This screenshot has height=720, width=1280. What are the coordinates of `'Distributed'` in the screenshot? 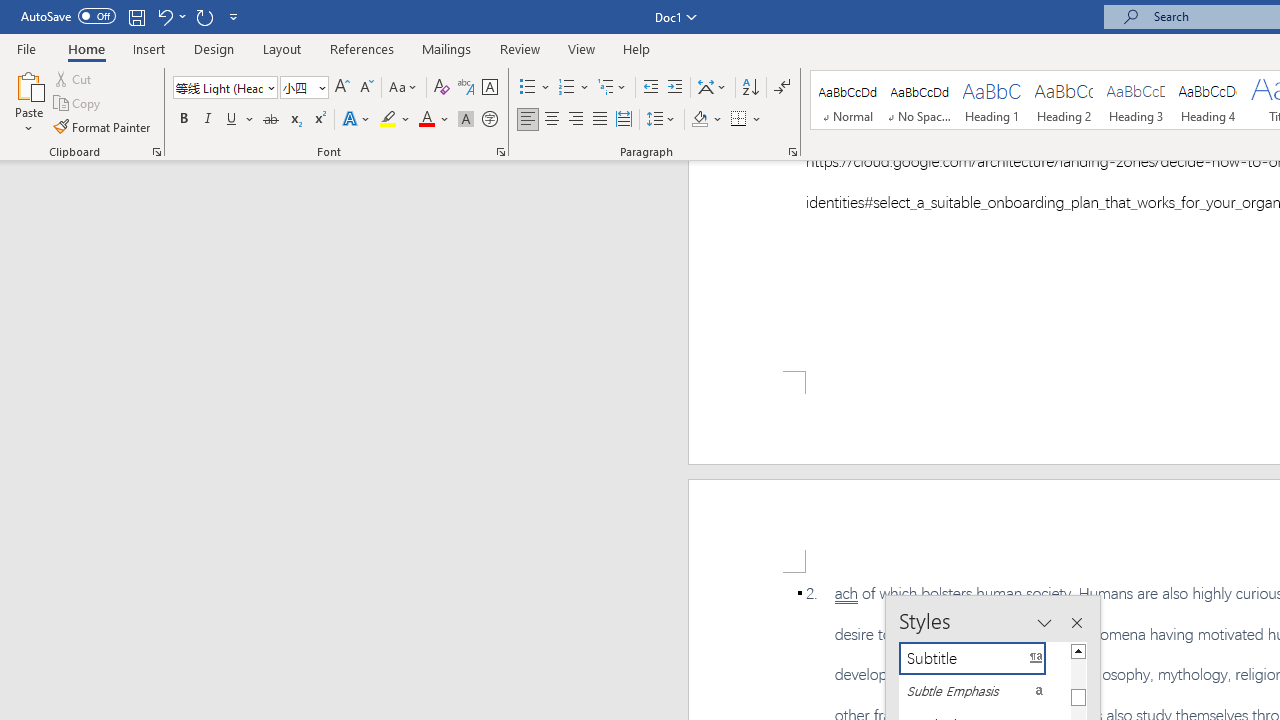 It's located at (623, 119).